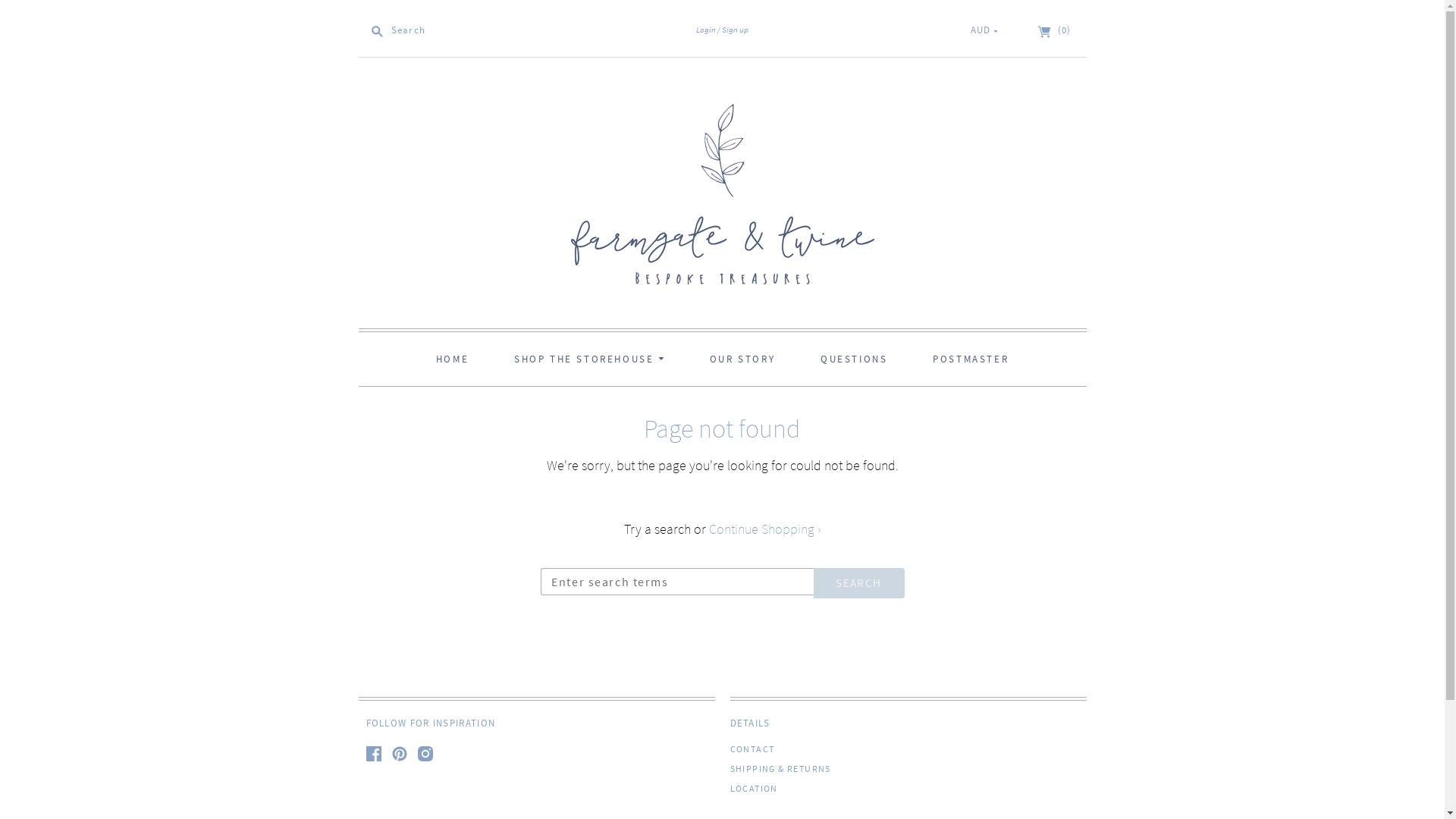  I want to click on 'SHIPPING & RETURNS', so click(729, 768).